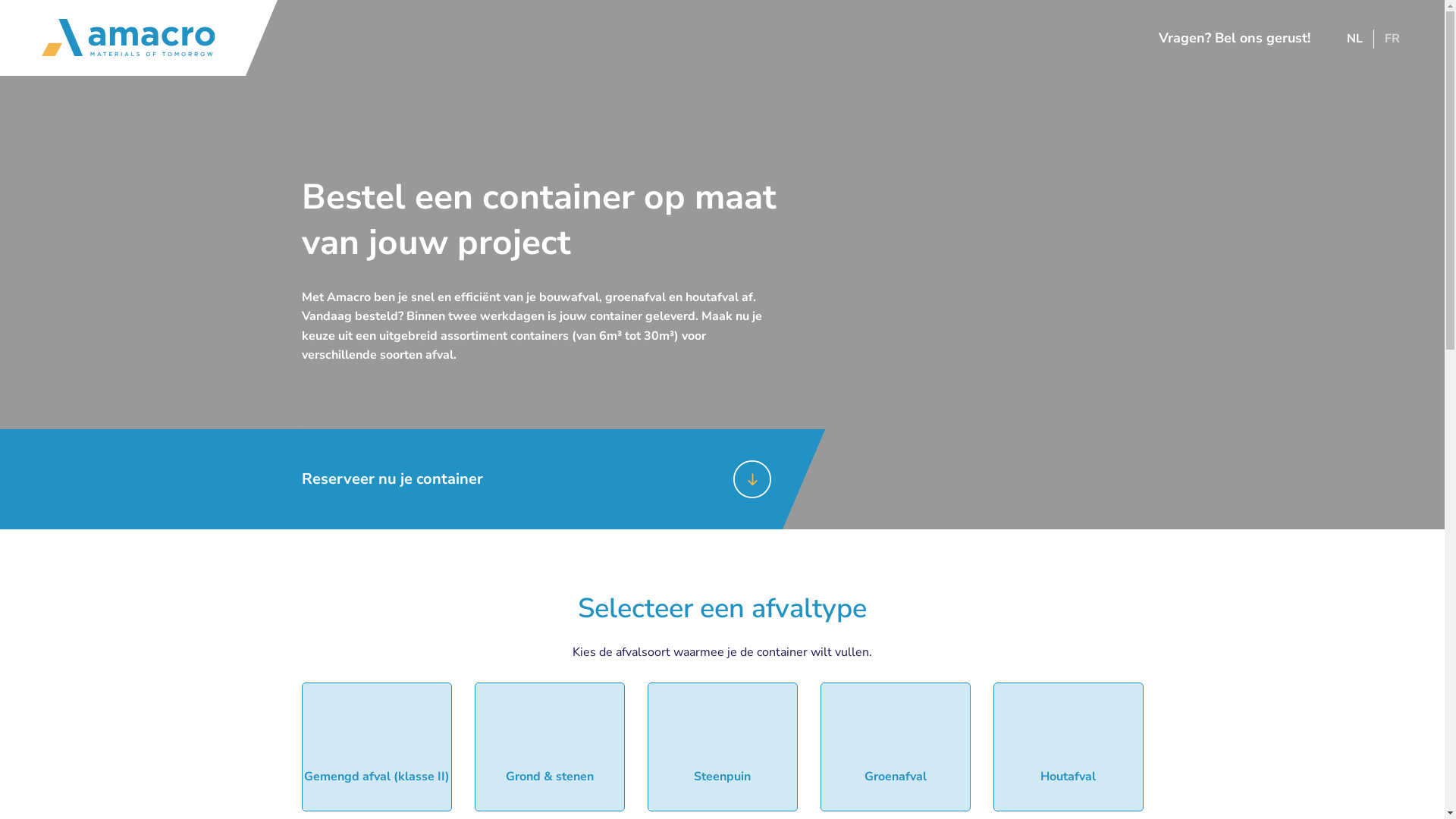 Image resolution: width=1456 pixels, height=819 pixels. I want to click on 'Vragen? Bel ons gerust!', so click(1226, 37).